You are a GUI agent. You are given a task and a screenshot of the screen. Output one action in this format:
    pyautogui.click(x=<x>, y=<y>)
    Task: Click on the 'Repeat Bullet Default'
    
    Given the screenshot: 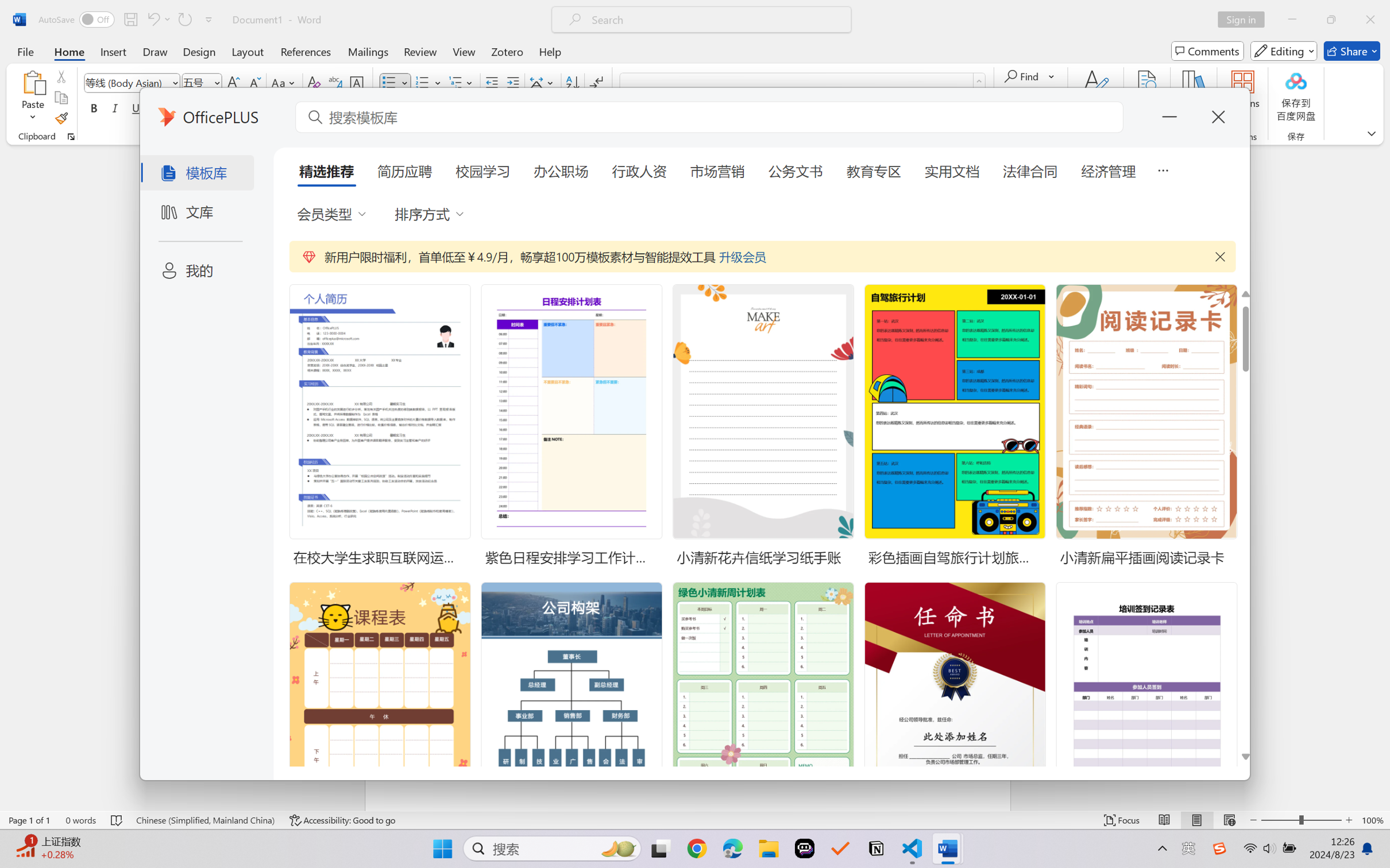 What is the action you would take?
    pyautogui.click(x=184, y=19)
    